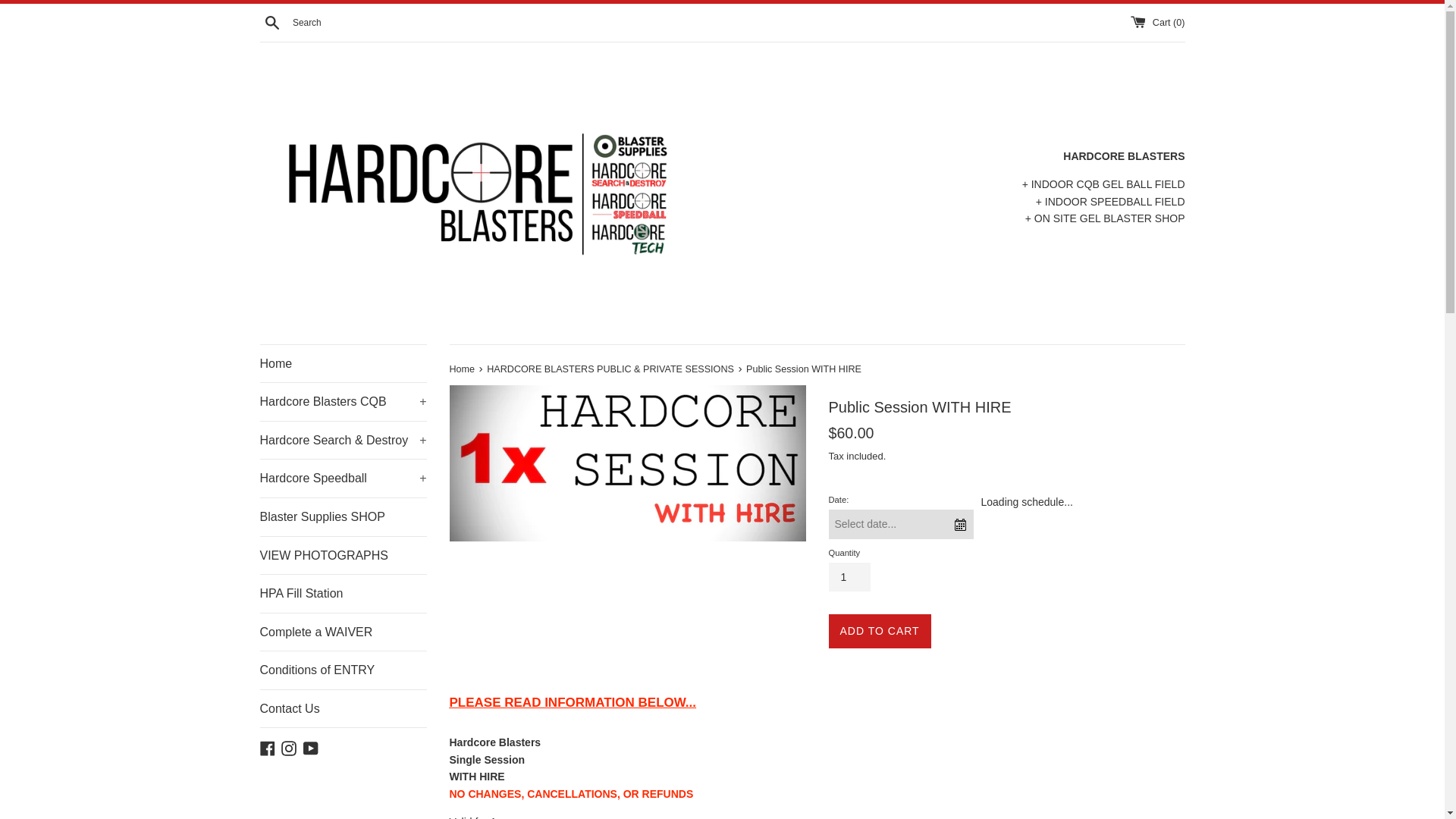 This screenshot has width=1456, height=819. Describe the element at coordinates (271, 20) in the screenshot. I see `'Search'` at that location.